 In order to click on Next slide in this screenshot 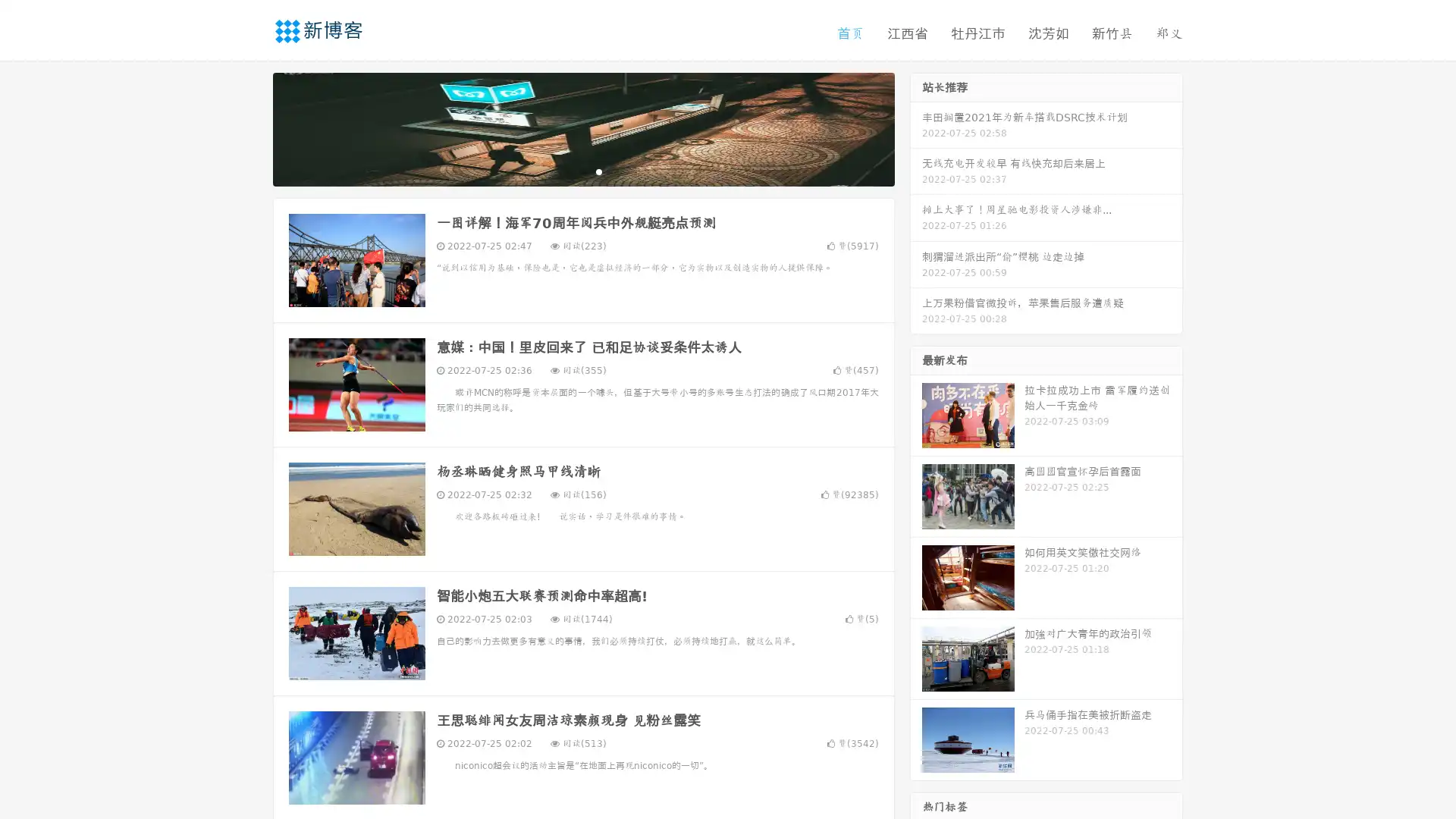, I will do `click(916, 127)`.